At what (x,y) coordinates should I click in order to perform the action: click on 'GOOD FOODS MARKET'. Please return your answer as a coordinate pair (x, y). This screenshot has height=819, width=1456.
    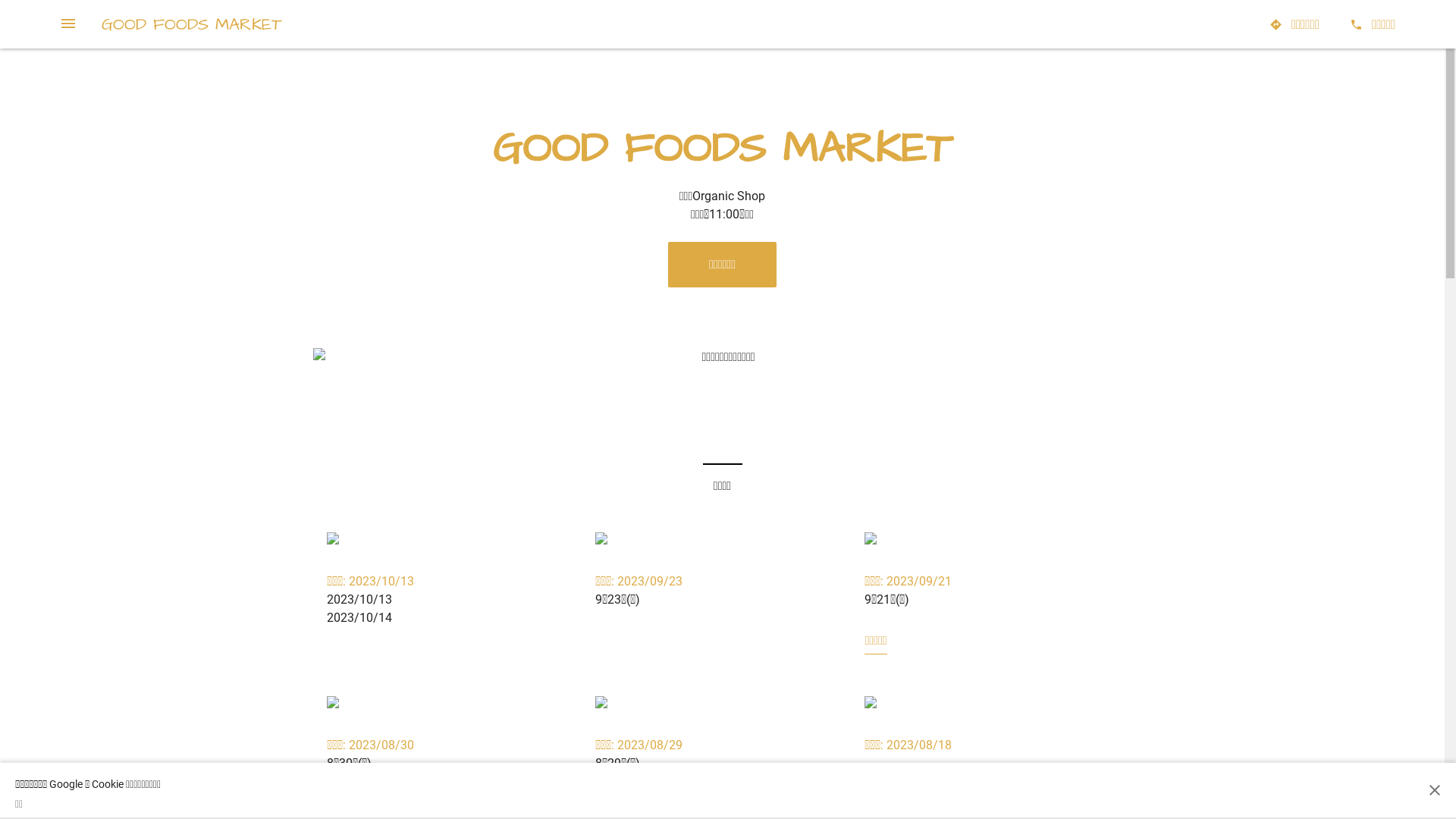
    Looking at the image, I should click on (191, 24).